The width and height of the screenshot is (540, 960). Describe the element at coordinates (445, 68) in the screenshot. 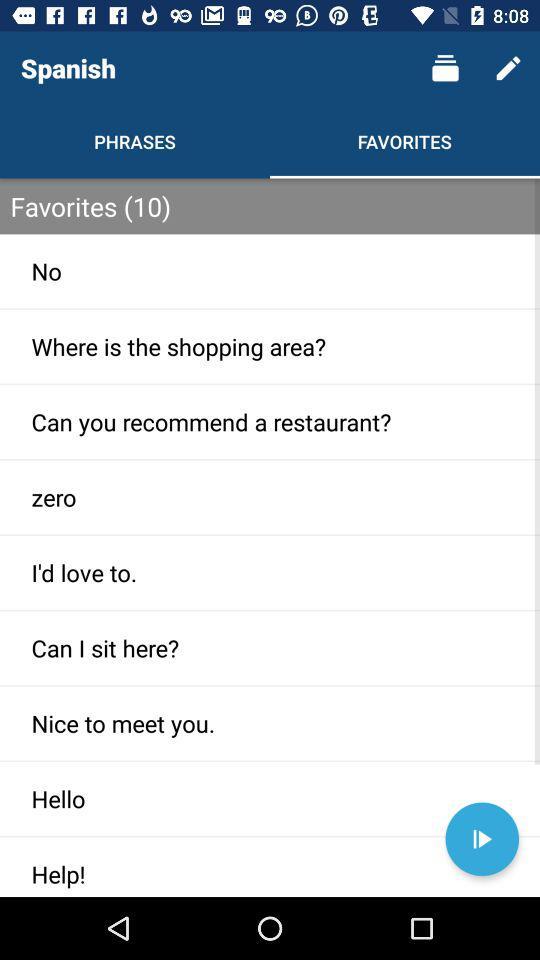

I see `item above favorites` at that location.